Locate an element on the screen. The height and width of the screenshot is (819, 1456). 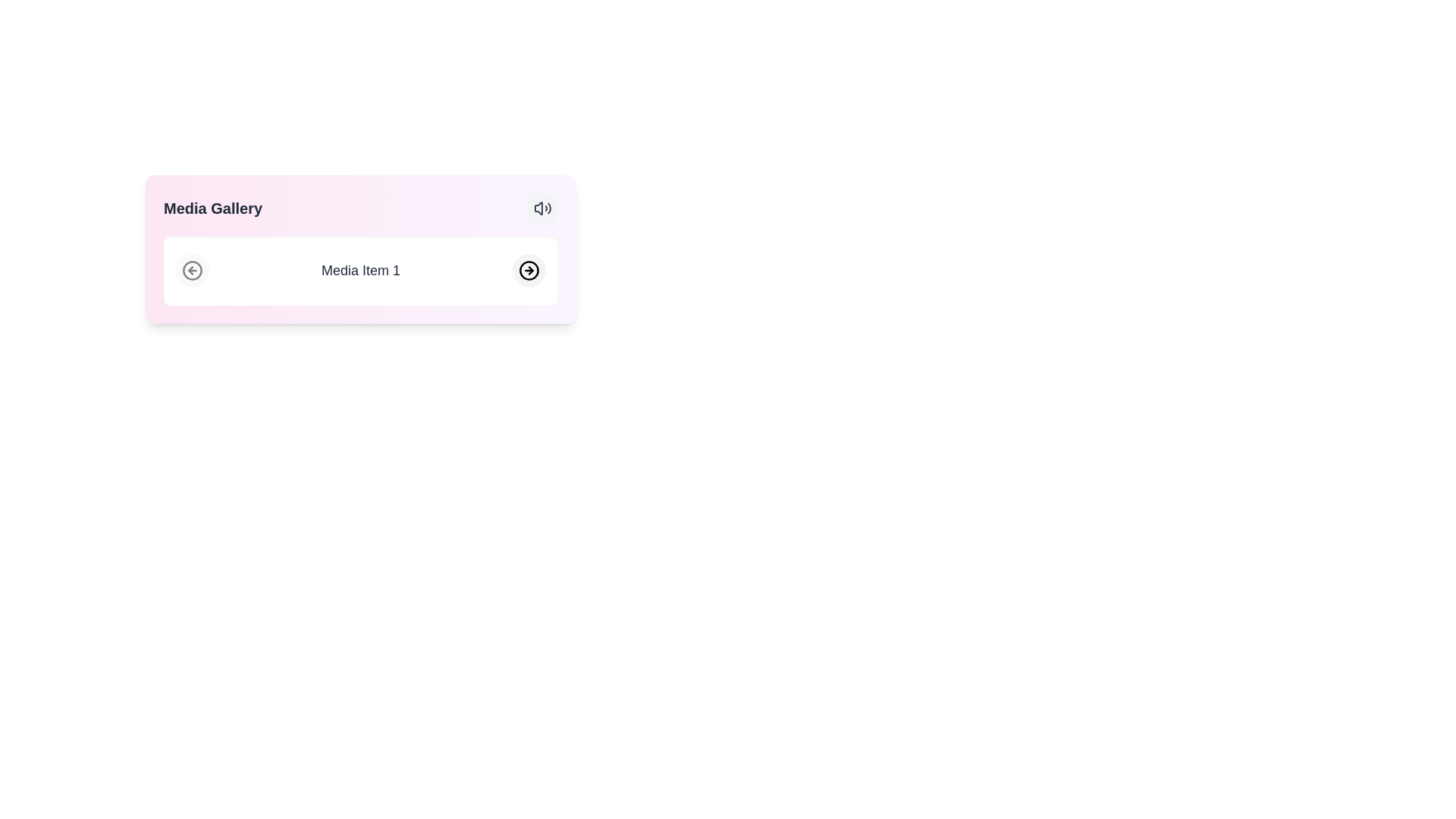
the navigation button located to the immediate left of the 'Media Item 1' text label is located at coordinates (192, 270).